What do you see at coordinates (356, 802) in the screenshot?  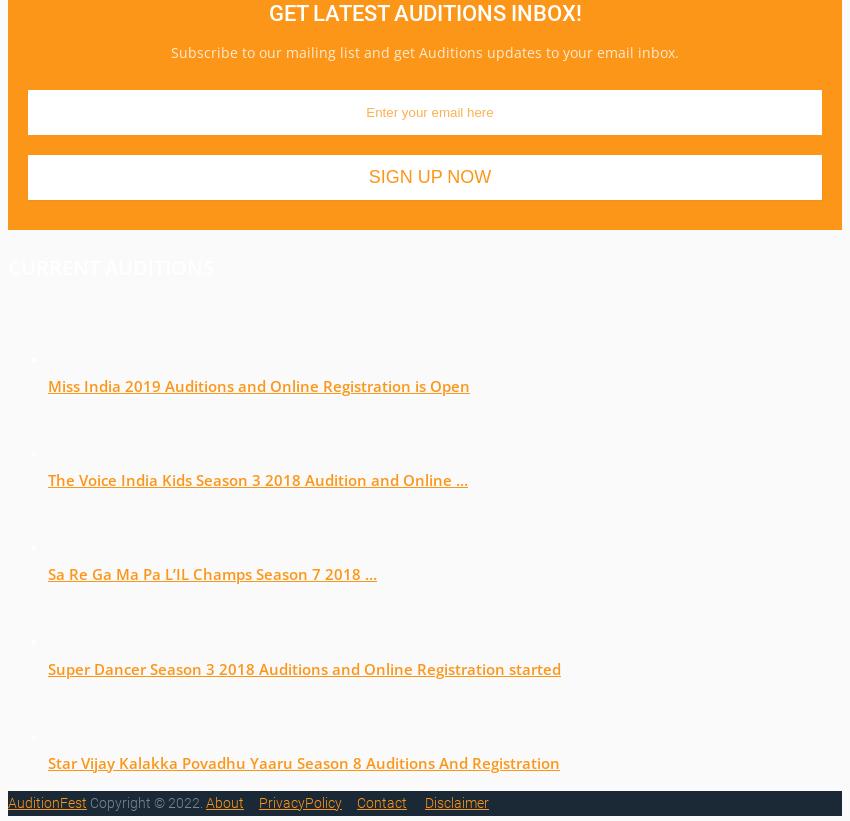 I see `'Contact'` at bounding box center [356, 802].